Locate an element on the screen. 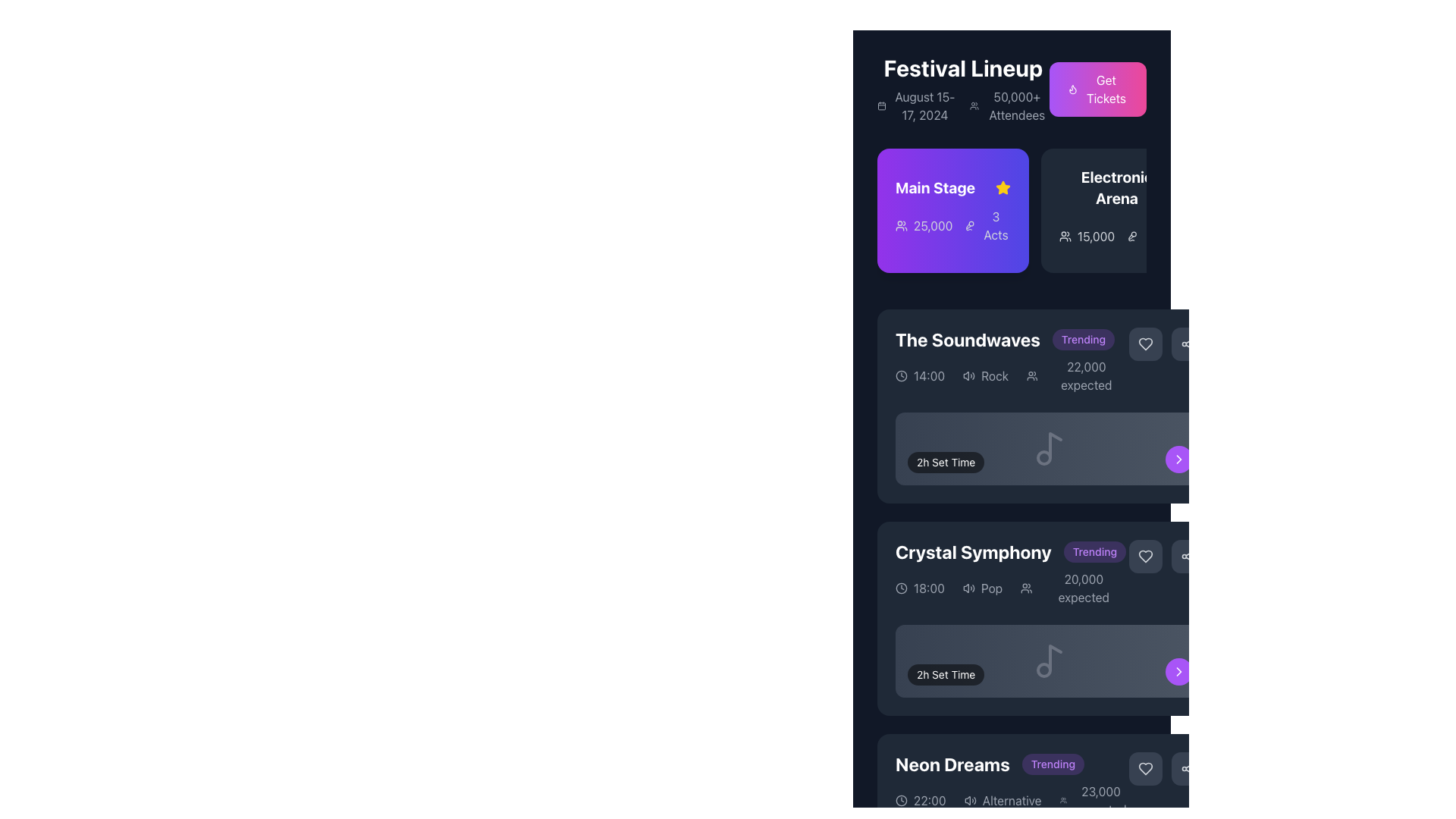 The image size is (1456, 819). information displayed in the text with icon located under the 'Festival Lineup' heading, positioned to the right of the 'August 15-17, 2024' text and left of the pink 'Get Tickets' button is located at coordinates (1009, 105).